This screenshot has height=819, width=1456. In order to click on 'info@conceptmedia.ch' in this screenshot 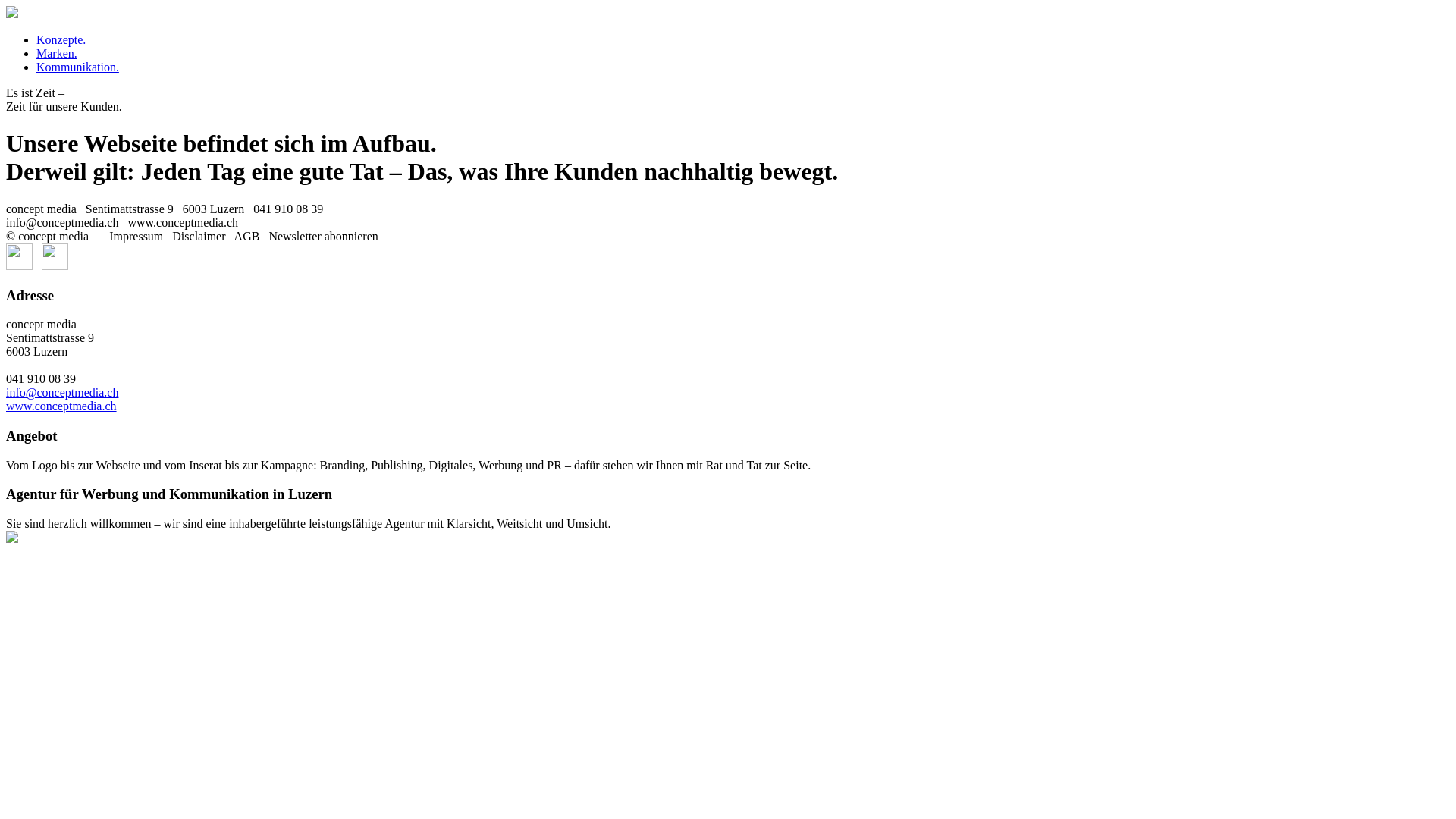, I will do `click(6, 391)`.